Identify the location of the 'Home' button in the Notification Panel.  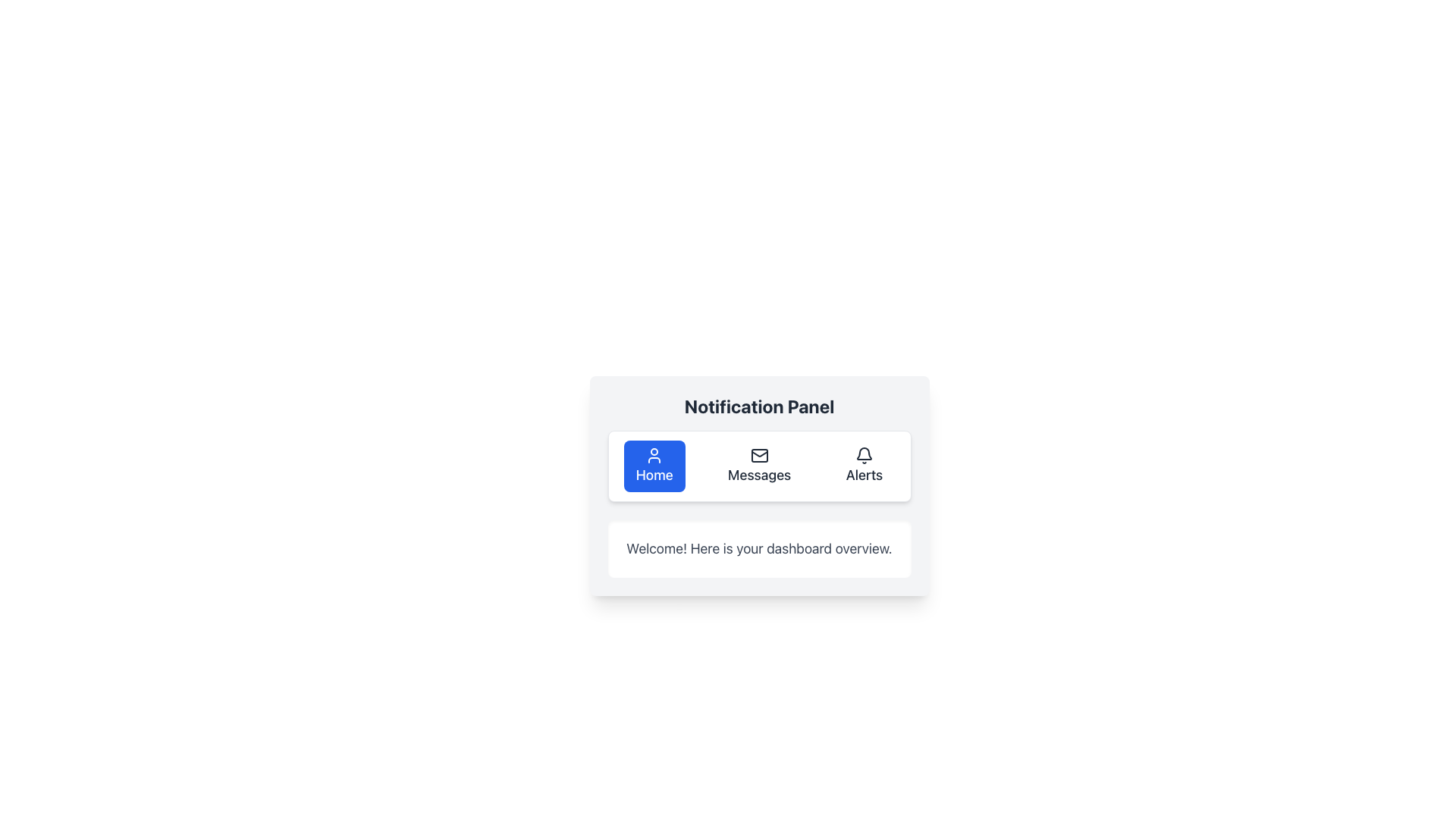
(654, 455).